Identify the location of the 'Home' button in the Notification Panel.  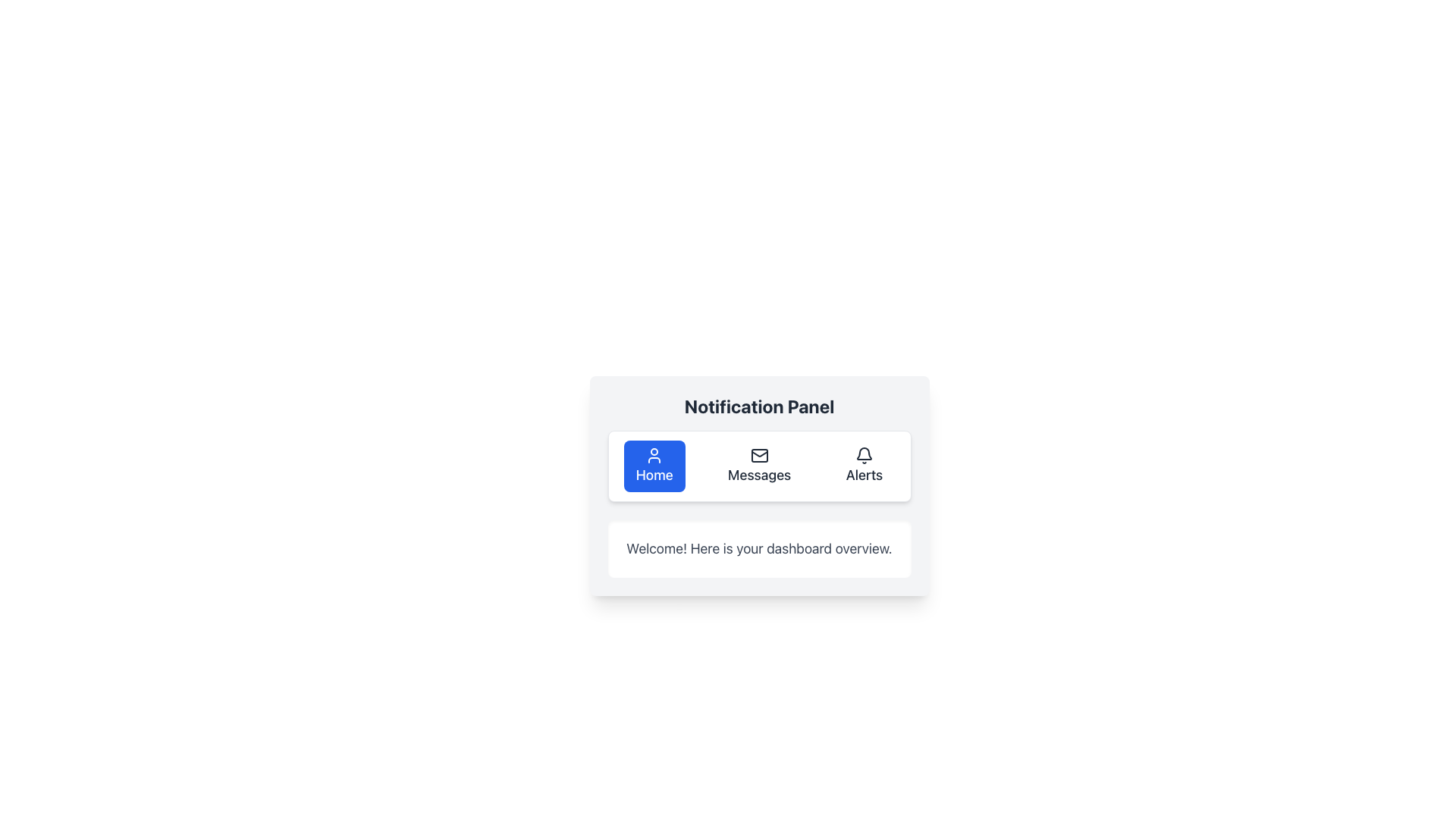
(654, 455).